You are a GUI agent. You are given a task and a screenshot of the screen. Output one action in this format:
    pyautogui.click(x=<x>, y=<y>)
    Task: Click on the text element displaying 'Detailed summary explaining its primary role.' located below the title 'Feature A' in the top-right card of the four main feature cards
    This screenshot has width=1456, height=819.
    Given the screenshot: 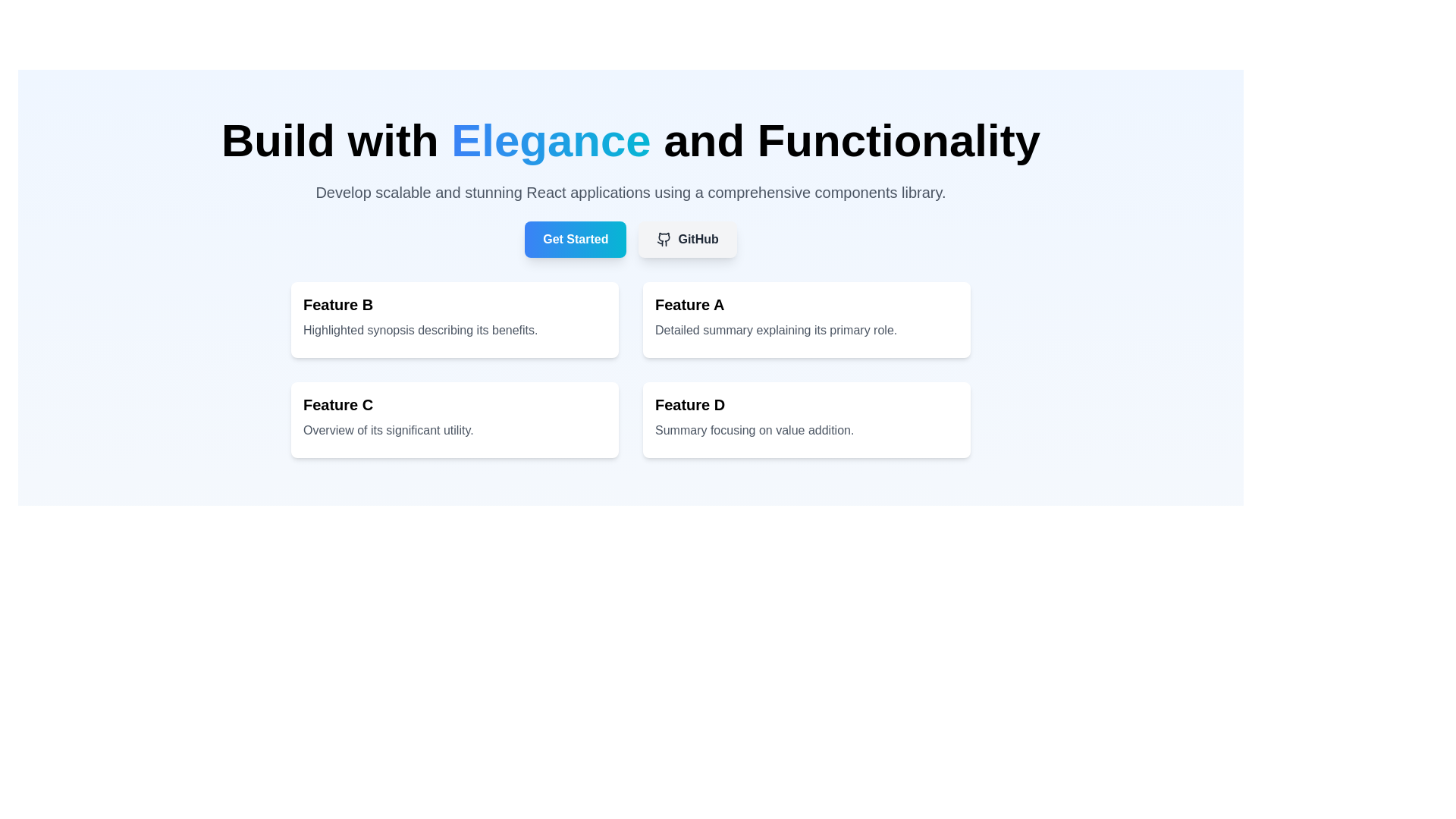 What is the action you would take?
    pyautogui.click(x=806, y=329)
    